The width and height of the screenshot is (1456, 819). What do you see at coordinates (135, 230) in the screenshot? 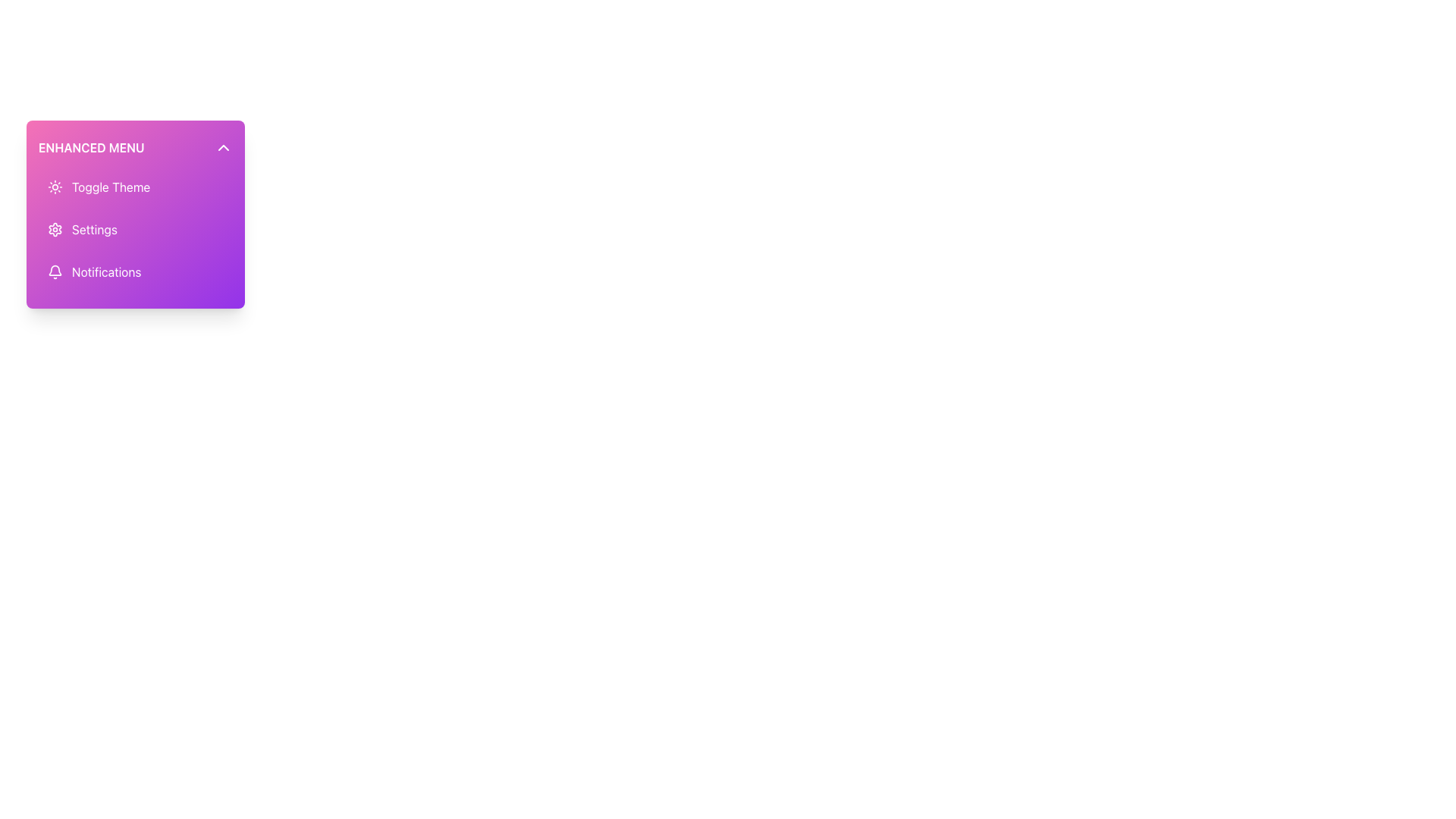
I see `the settings button in the Enhanced Menu` at bounding box center [135, 230].